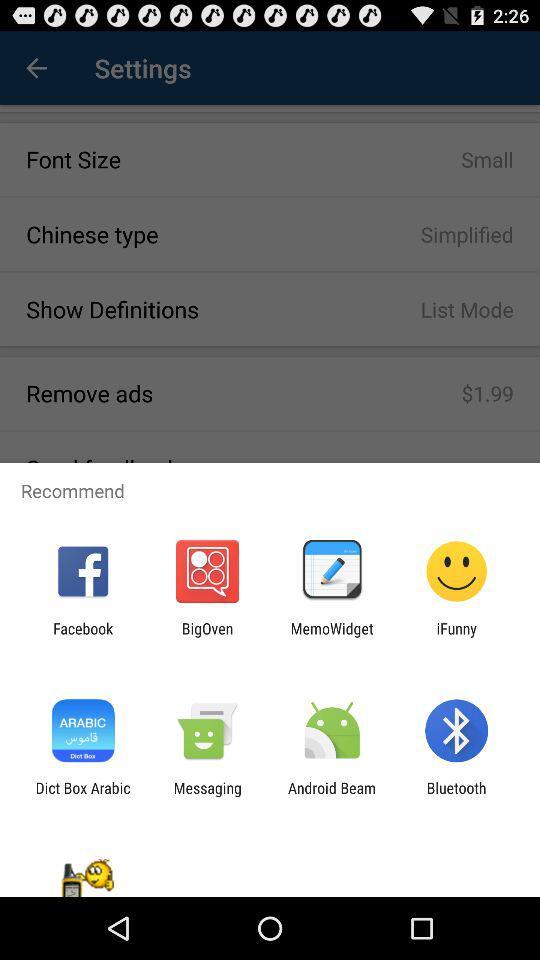  Describe the element at coordinates (456, 796) in the screenshot. I see `the item to the right of the android beam item` at that location.